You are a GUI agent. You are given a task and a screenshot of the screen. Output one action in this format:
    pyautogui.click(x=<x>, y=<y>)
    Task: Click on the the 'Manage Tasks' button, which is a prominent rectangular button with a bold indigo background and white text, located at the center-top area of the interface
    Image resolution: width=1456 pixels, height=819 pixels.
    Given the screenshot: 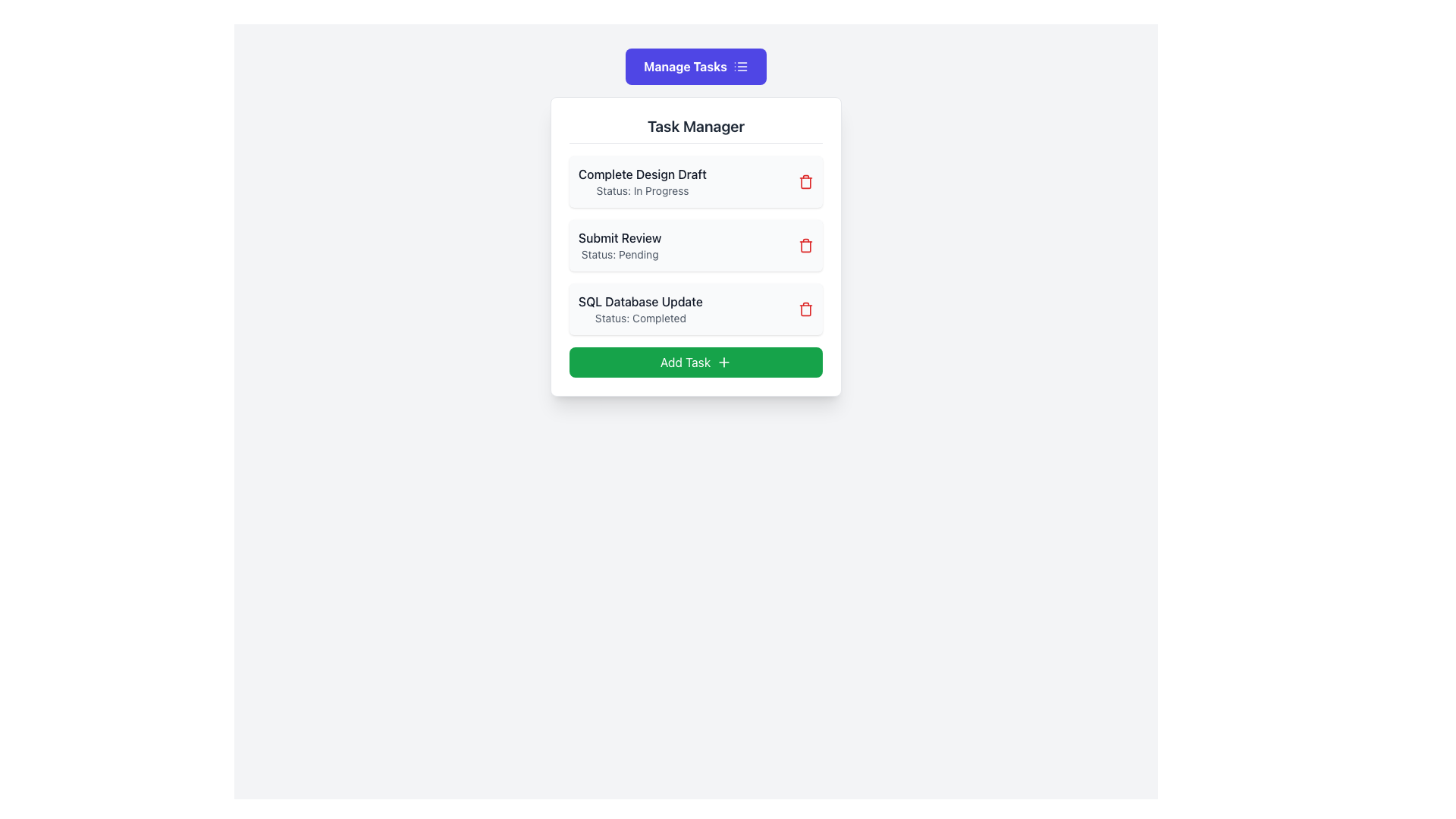 What is the action you would take?
    pyautogui.click(x=695, y=66)
    